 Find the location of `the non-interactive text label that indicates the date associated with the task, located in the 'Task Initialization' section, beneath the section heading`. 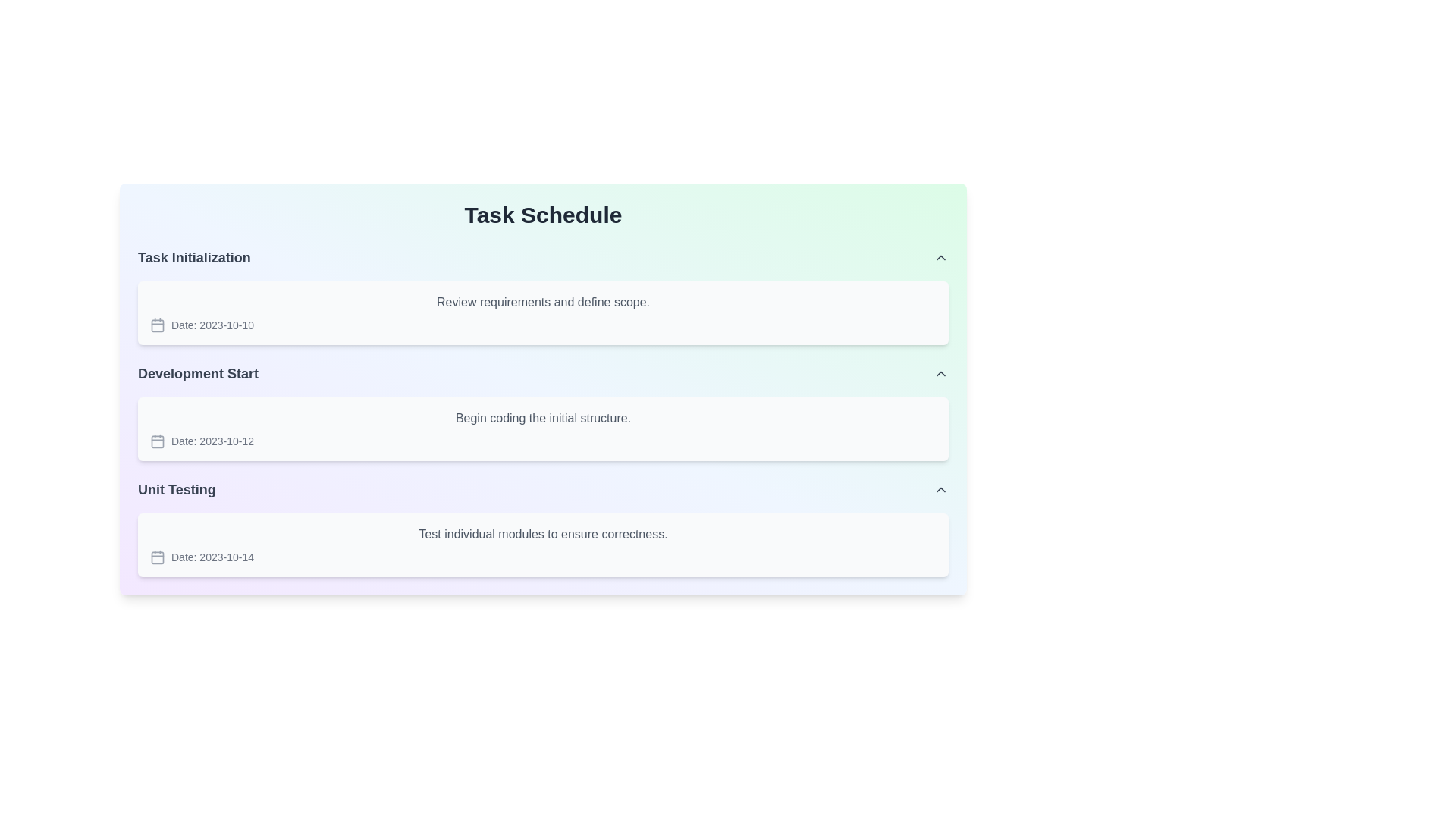

the non-interactive text label that indicates the date associated with the task, located in the 'Task Initialization' section, beneath the section heading is located at coordinates (212, 324).